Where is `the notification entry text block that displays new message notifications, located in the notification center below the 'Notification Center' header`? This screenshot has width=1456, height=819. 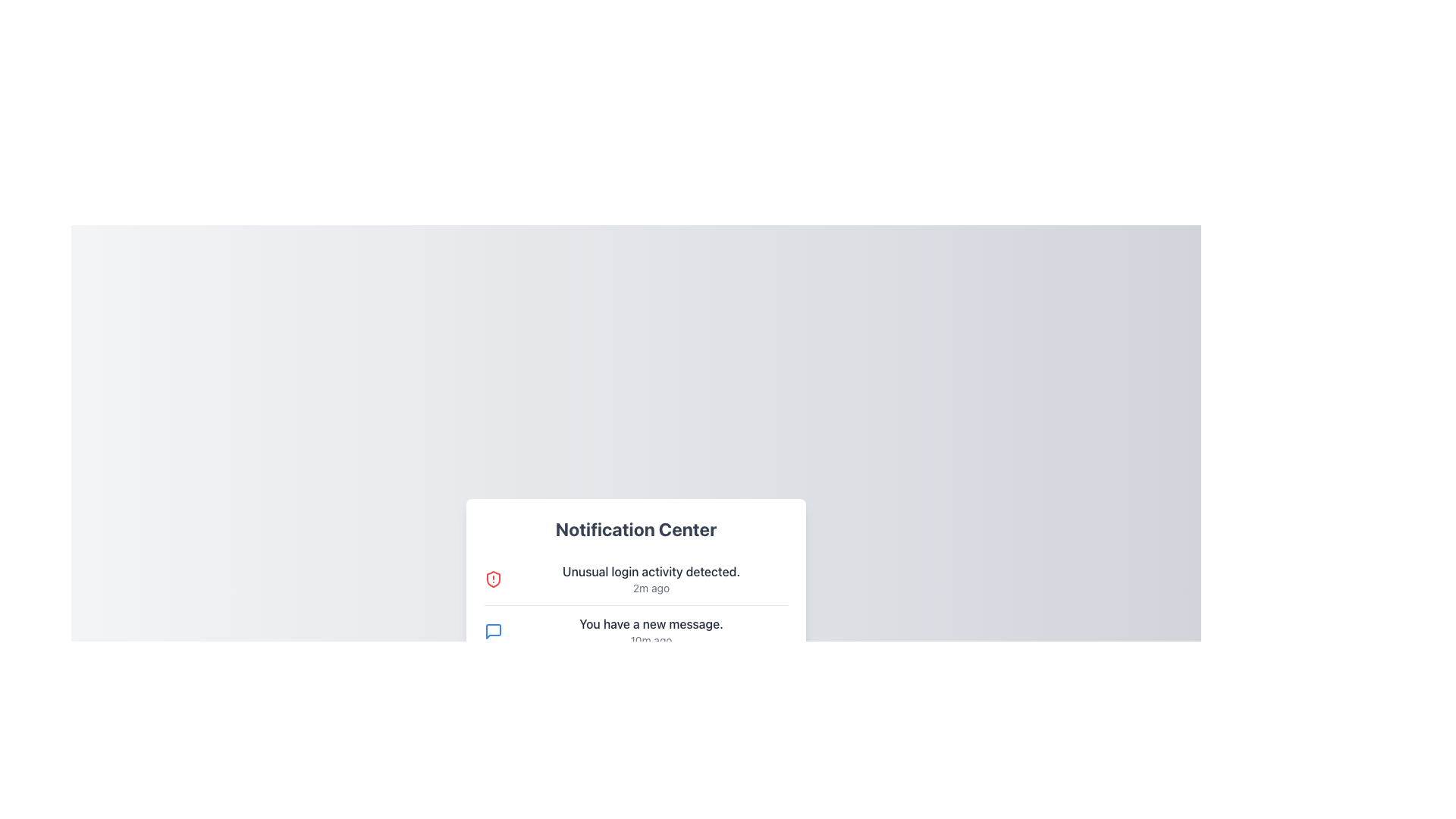 the notification entry text block that displays new message notifications, located in the notification center below the 'Notification Center' header is located at coordinates (651, 632).